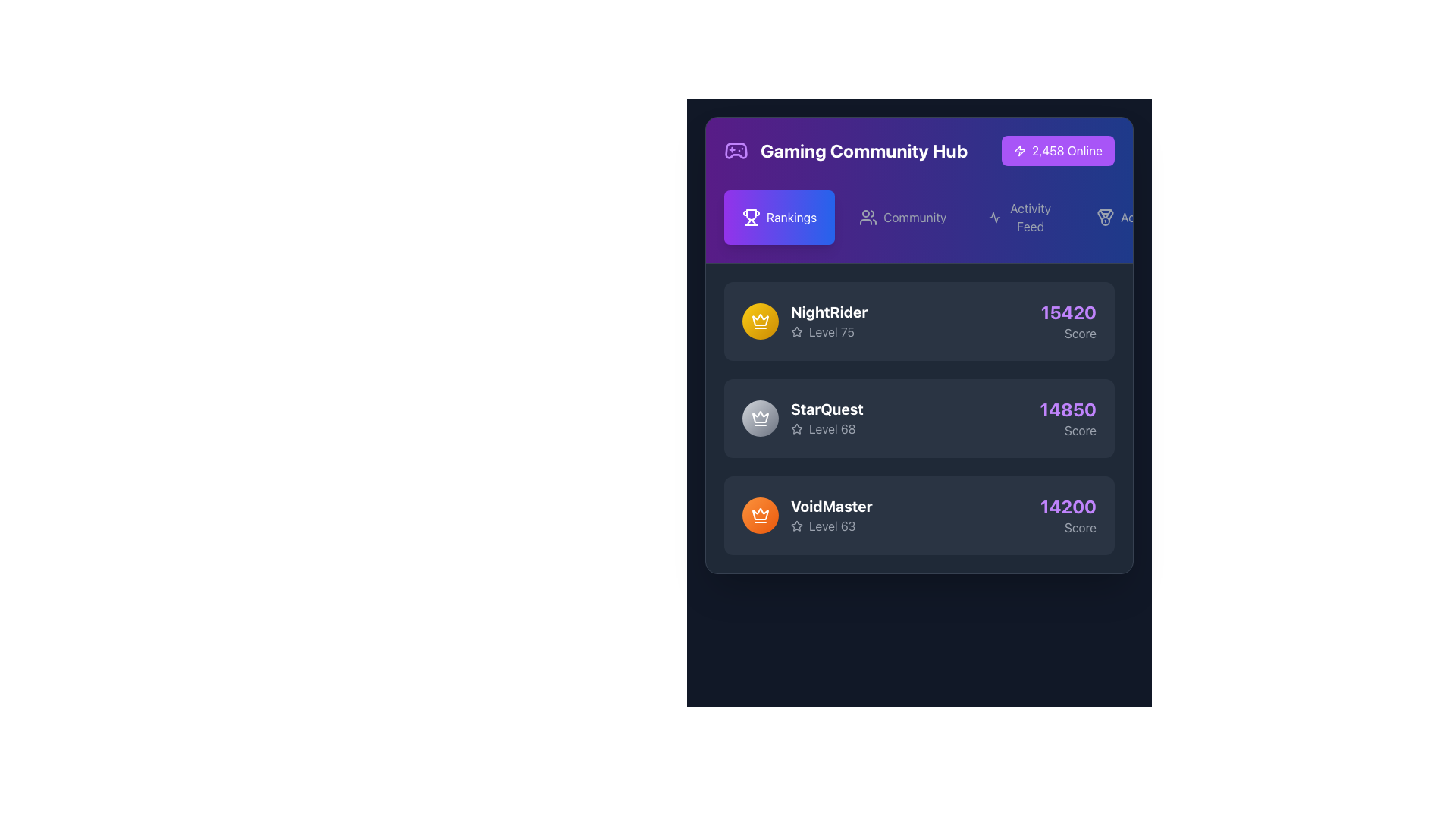  What do you see at coordinates (995, 217) in the screenshot?
I see `the activity feed icon located in the top navigation area, positioned between the 'Community' link and the 'Online' indicator` at bounding box center [995, 217].